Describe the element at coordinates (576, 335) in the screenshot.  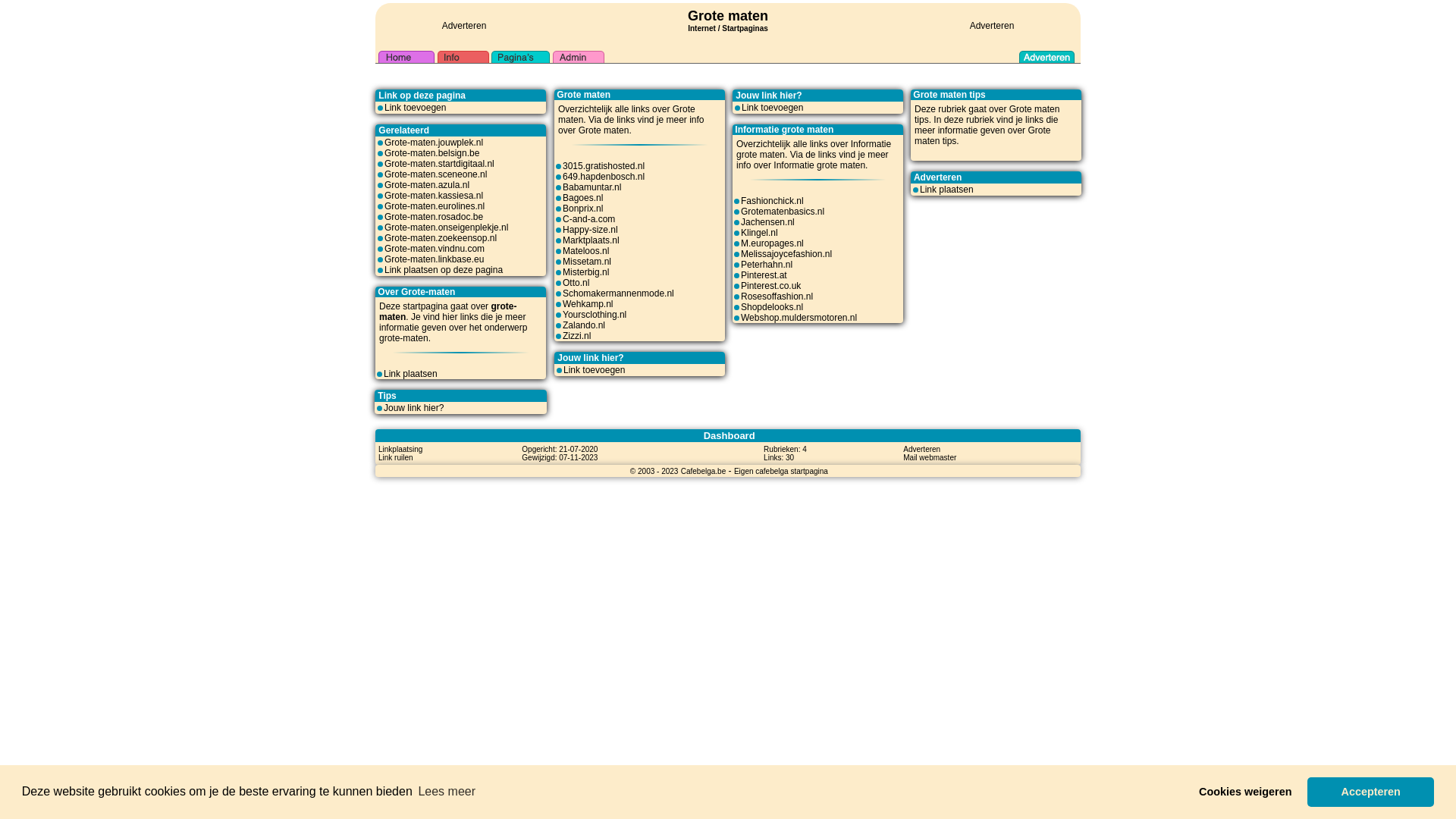
I see `'Zizzi.nl'` at that location.